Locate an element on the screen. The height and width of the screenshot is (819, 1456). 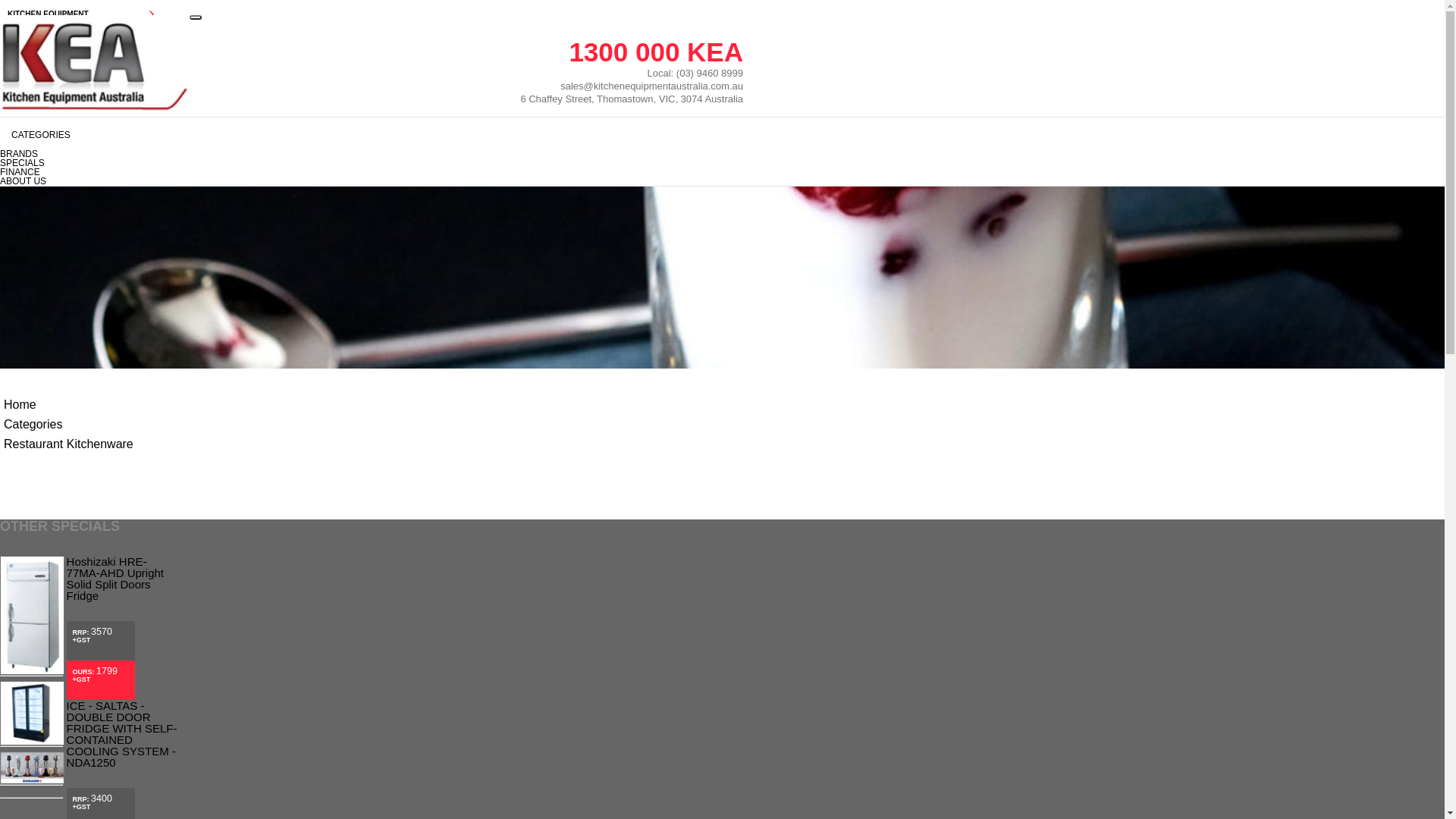
'FOOD VANS TRAILERS AND COFFEE VANS' is located at coordinates (0, 247).